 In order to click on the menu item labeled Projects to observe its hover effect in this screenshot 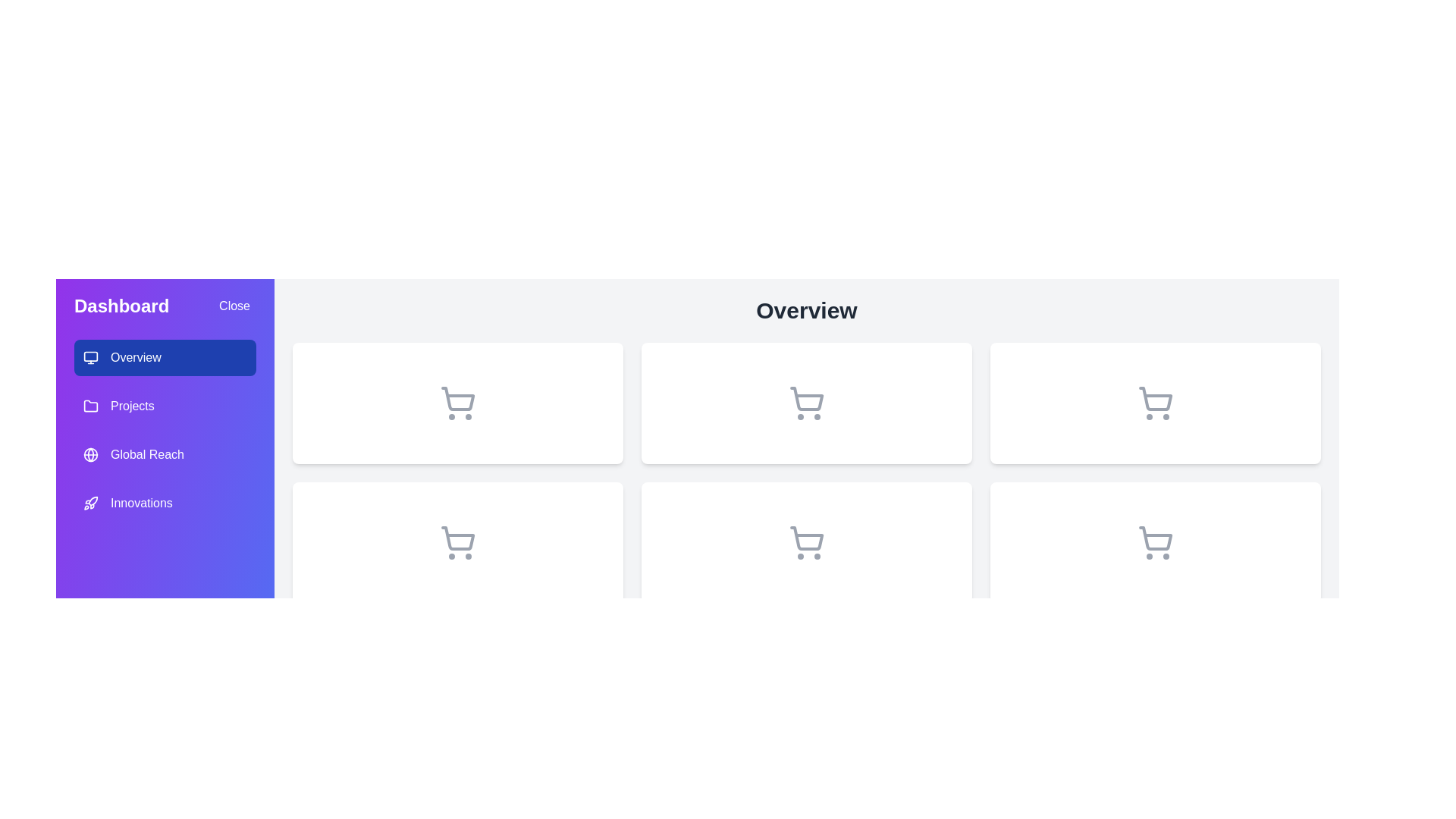, I will do `click(165, 406)`.